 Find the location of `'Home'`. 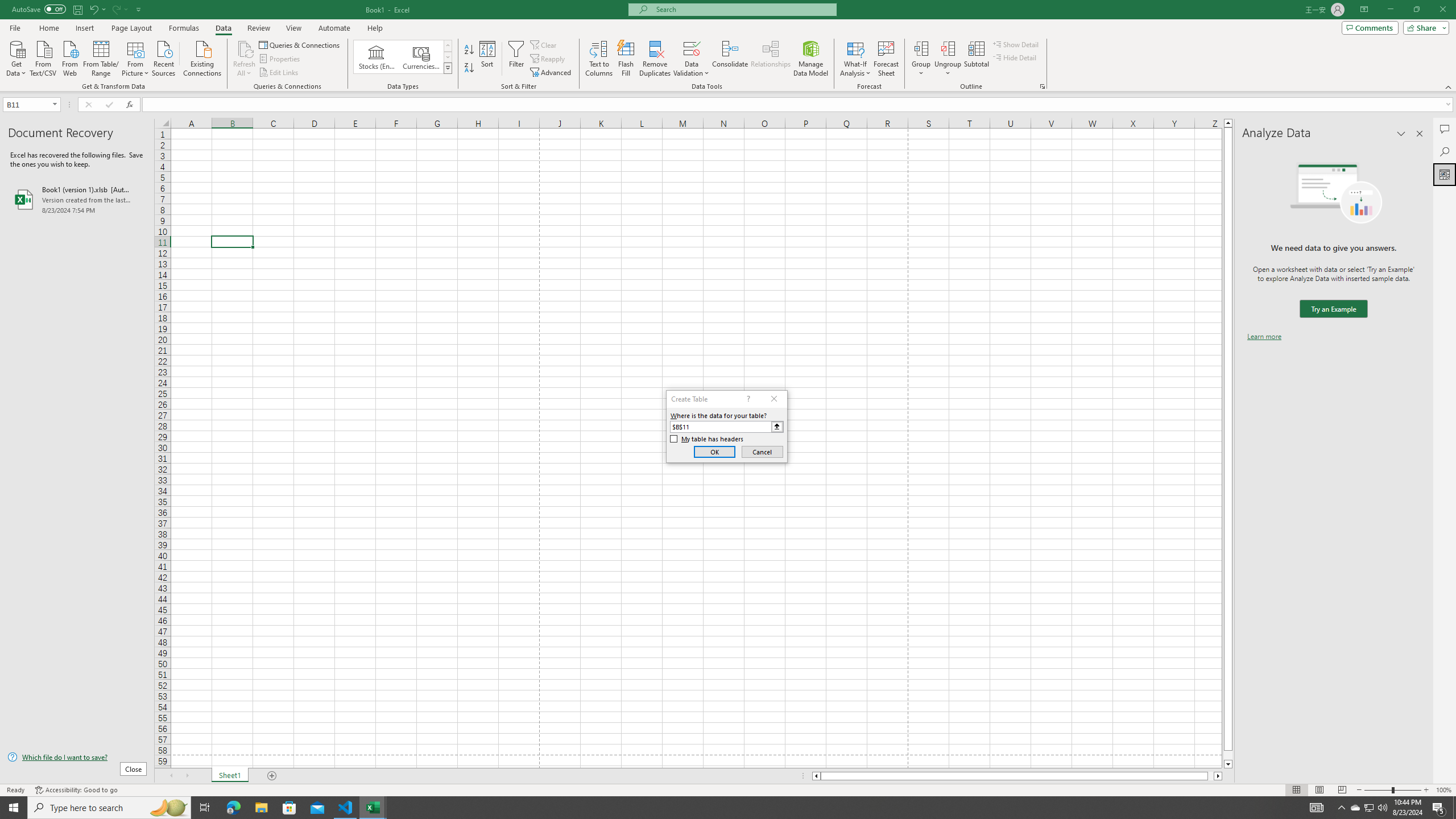

'Home' is located at coordinates (48, 28).